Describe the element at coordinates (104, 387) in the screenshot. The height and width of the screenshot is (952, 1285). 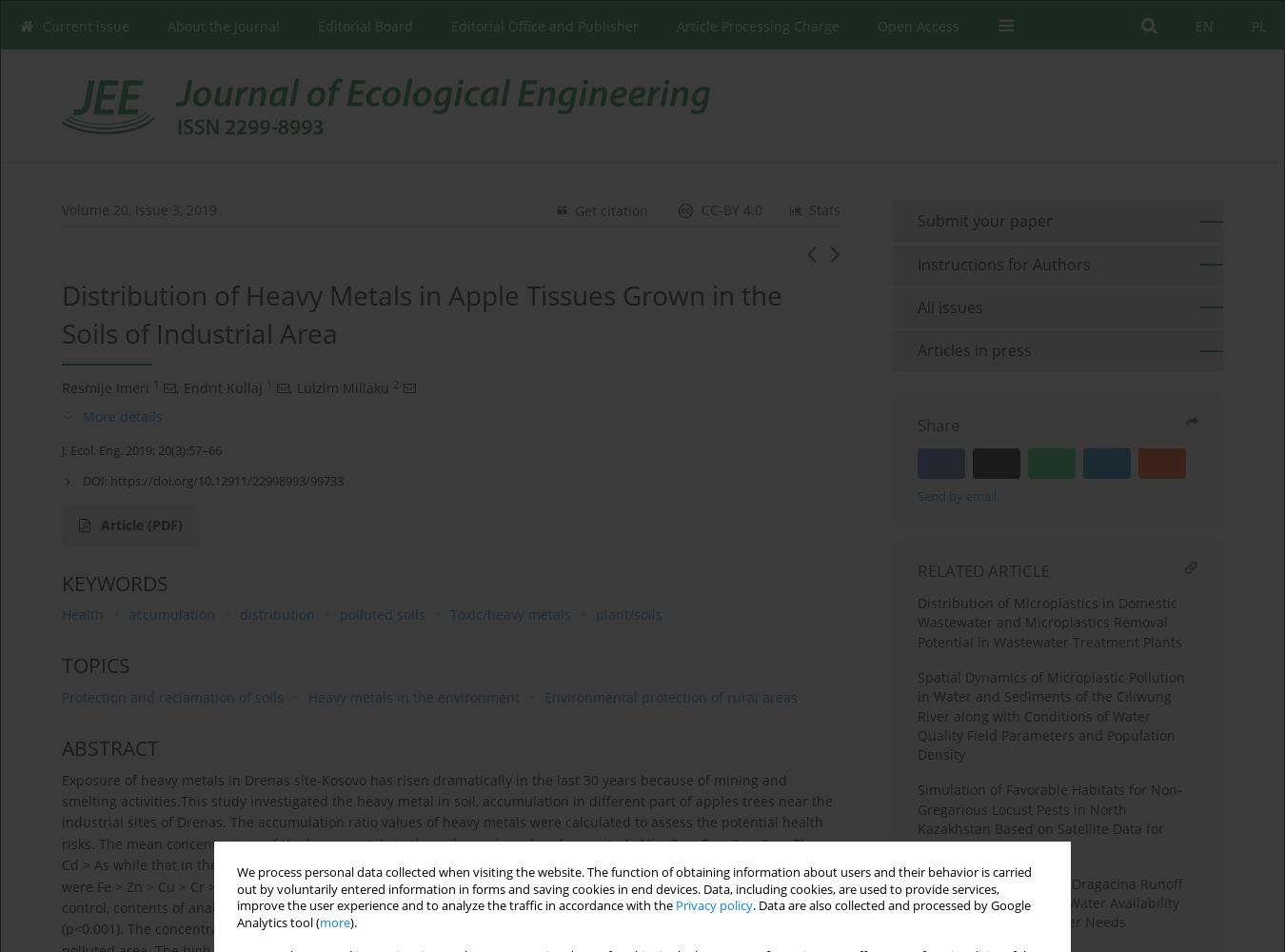
I see `'Resmije  Imeri'` at that location.